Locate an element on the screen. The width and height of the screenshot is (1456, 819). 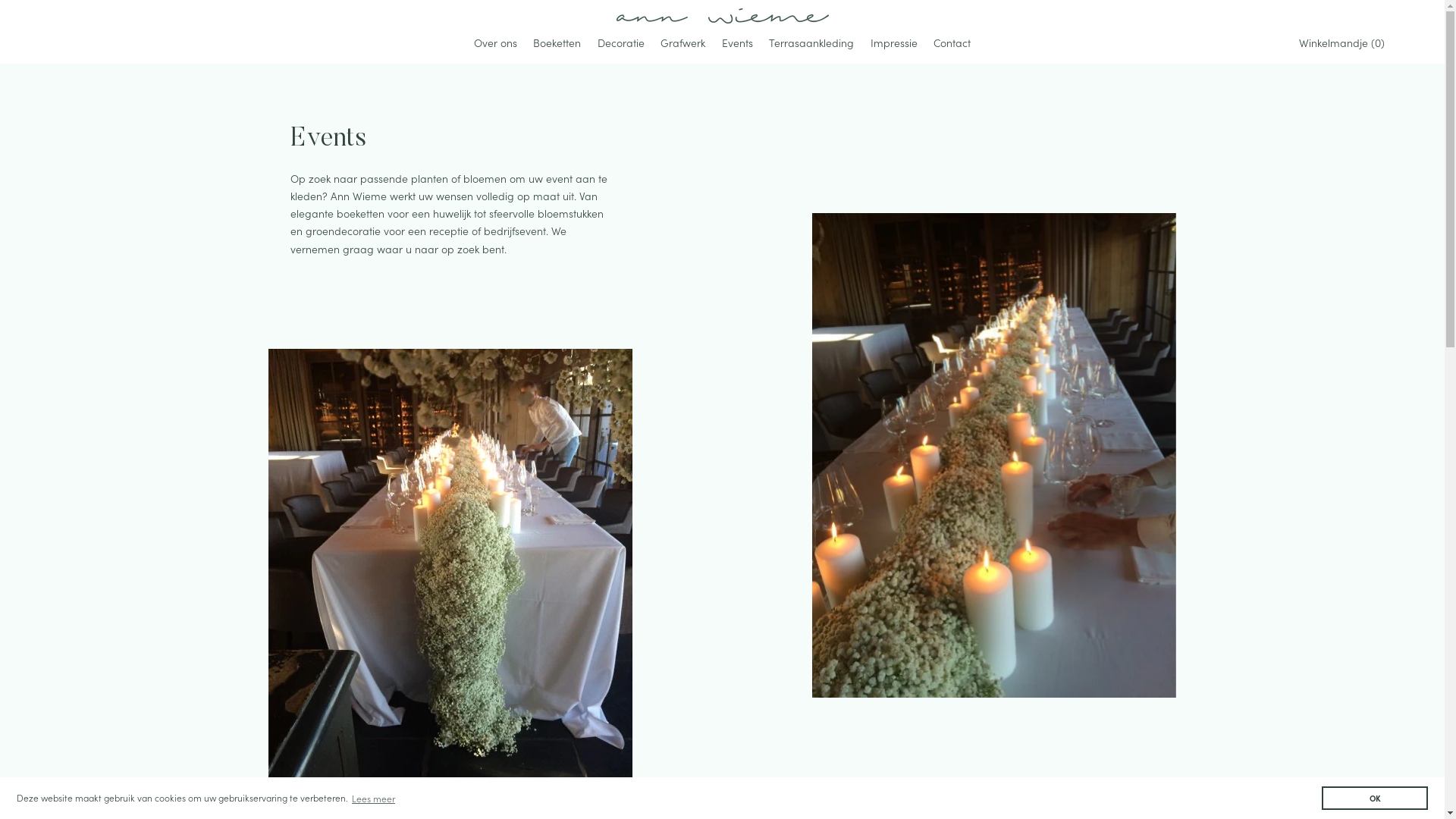
'Impressie' is located at coordinates (863, 43).